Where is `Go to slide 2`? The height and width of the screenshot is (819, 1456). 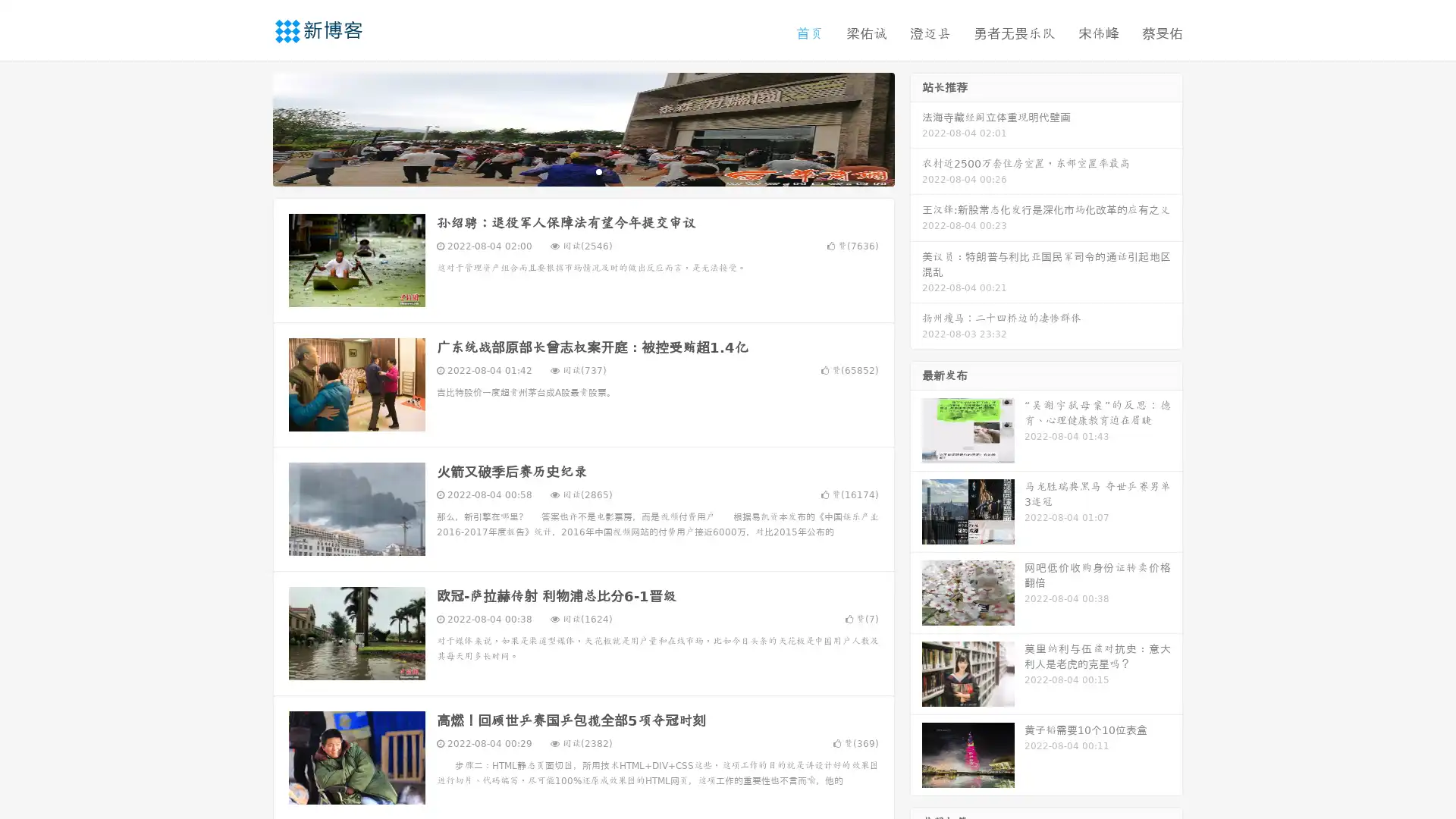 Go to slide 2 is located at coordinates (582, 171).